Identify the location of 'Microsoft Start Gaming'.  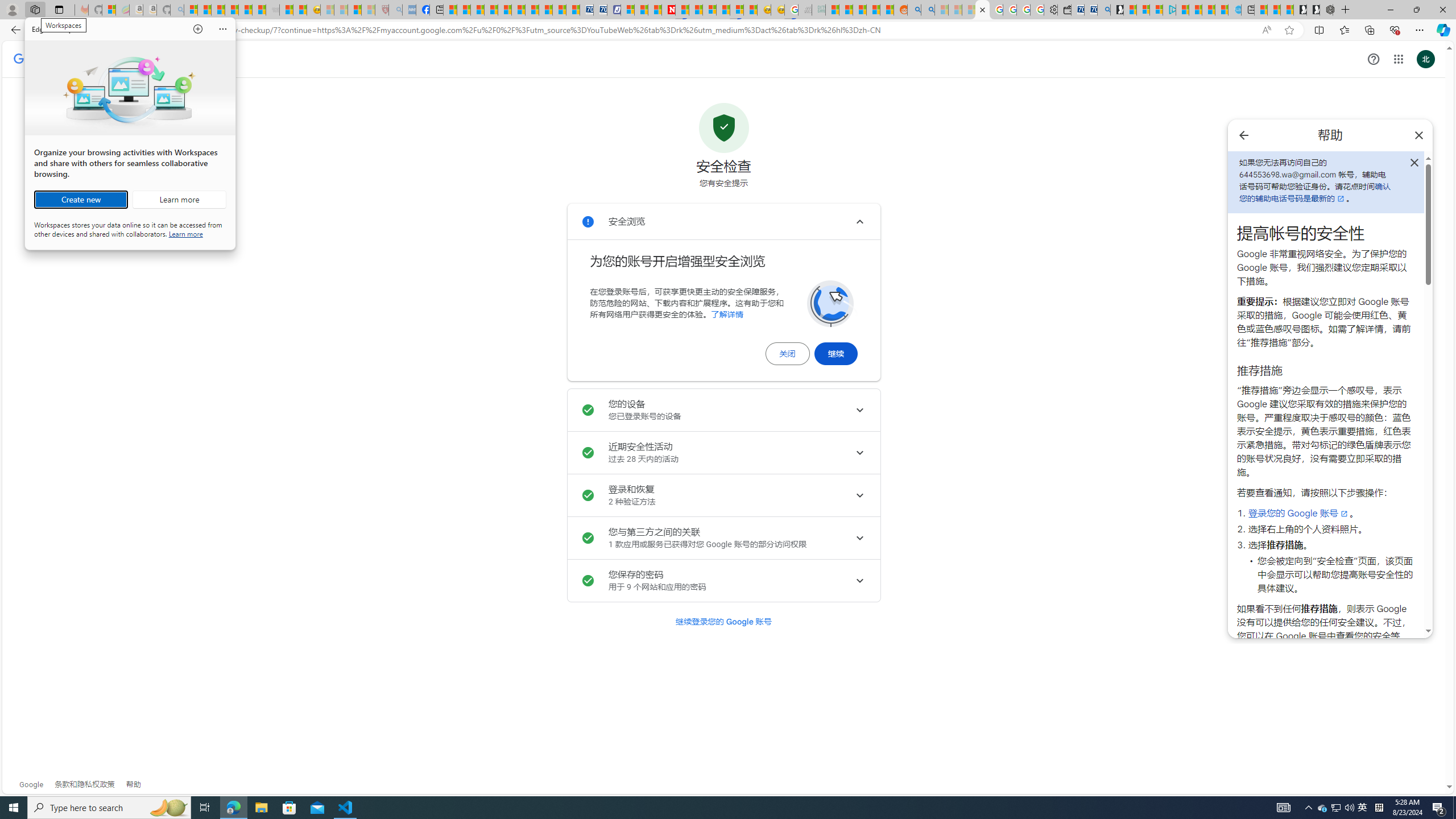
(1116, 9).